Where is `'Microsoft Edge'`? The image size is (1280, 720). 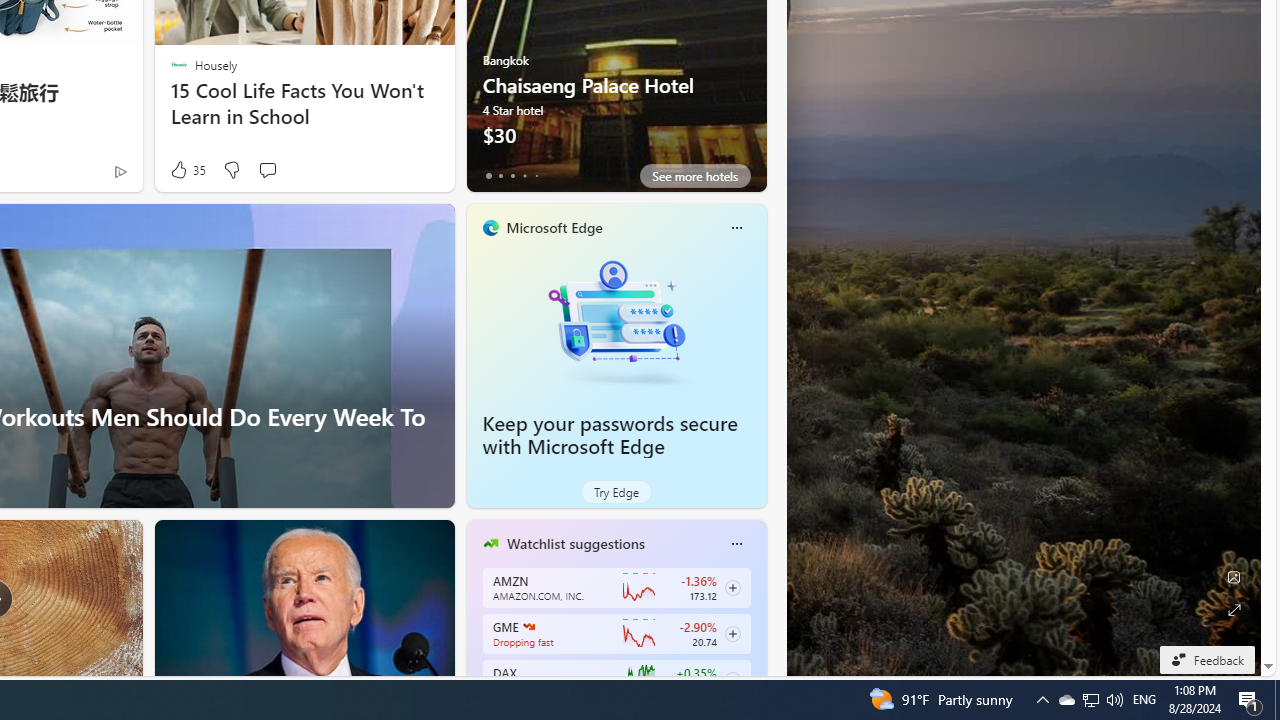
'Microsoft Edge' is located at coordinates (554, 226).